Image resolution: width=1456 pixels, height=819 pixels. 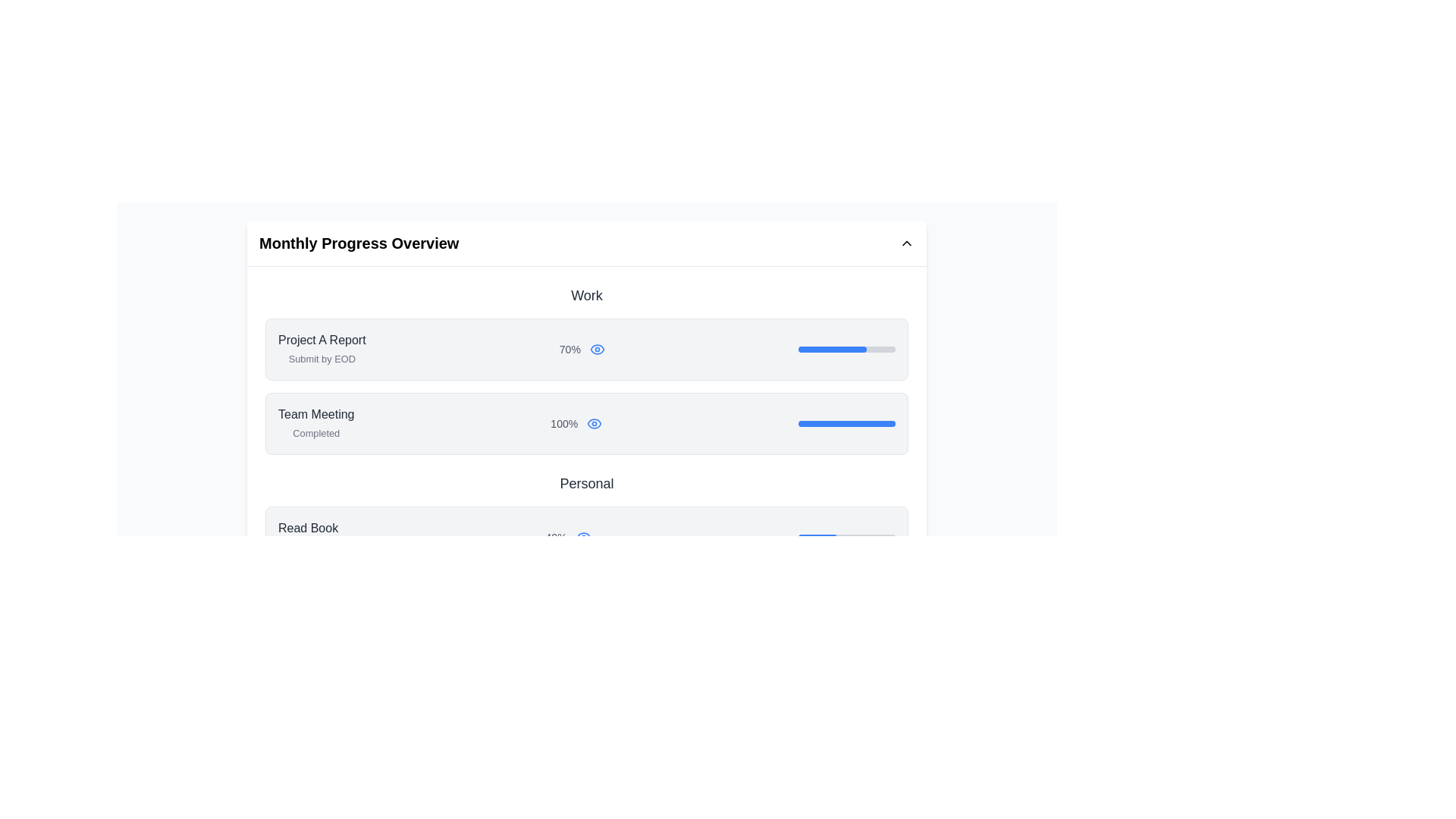 I want to click on the button located in the top-right corner of the 'Monthly Progress Overview' section to change its color, so click(x=906, y=242).